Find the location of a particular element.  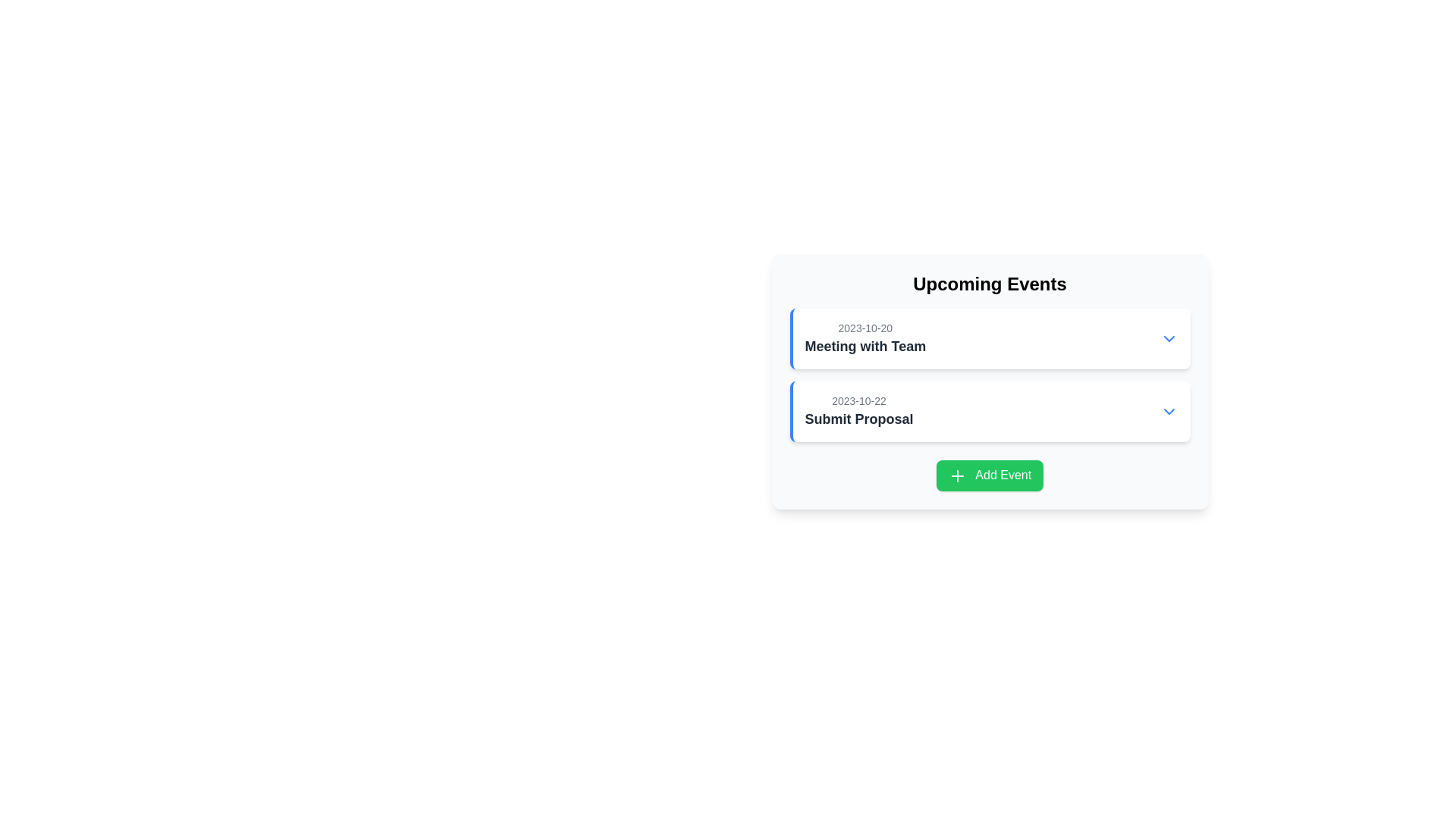

the text label that serves as the heading for the card, titled 'Submit Proposal', which is positioned below the date '2023-10-22' in the 'Upcoming Events' section is located at coordinates (858, 419).